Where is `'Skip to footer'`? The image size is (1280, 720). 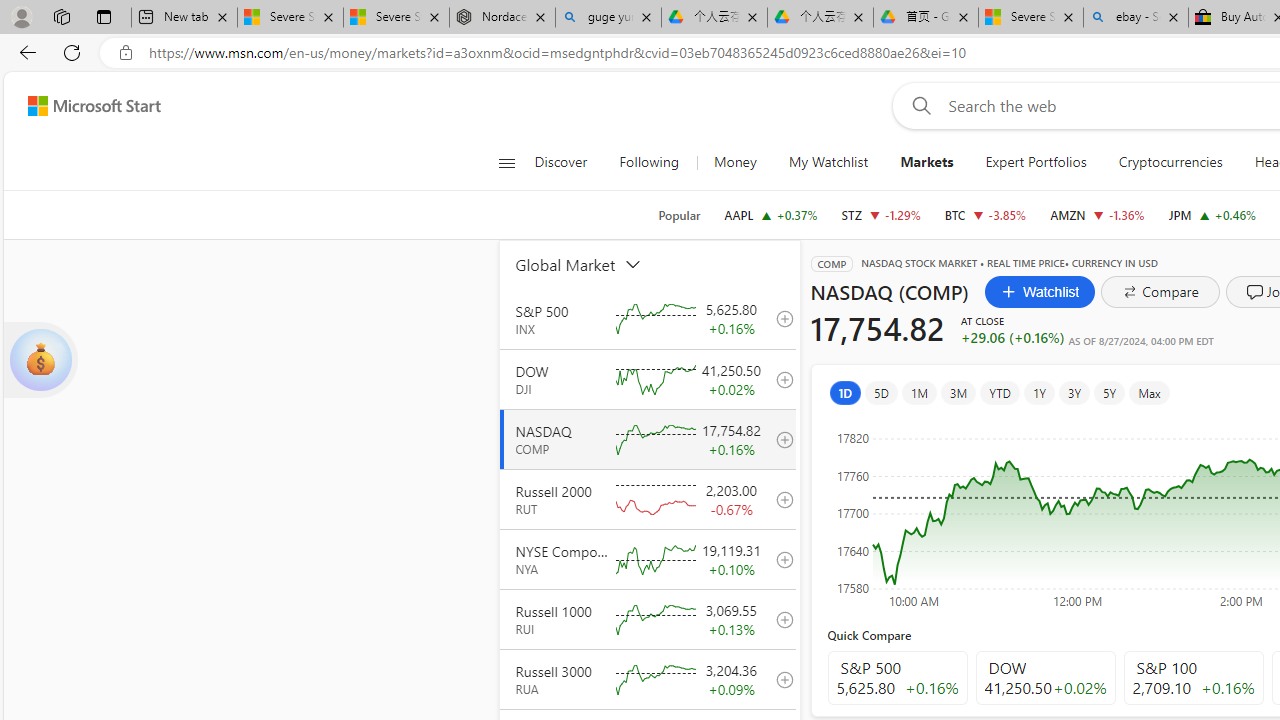 'Skip to footer' is located at coordinates (81, 105).